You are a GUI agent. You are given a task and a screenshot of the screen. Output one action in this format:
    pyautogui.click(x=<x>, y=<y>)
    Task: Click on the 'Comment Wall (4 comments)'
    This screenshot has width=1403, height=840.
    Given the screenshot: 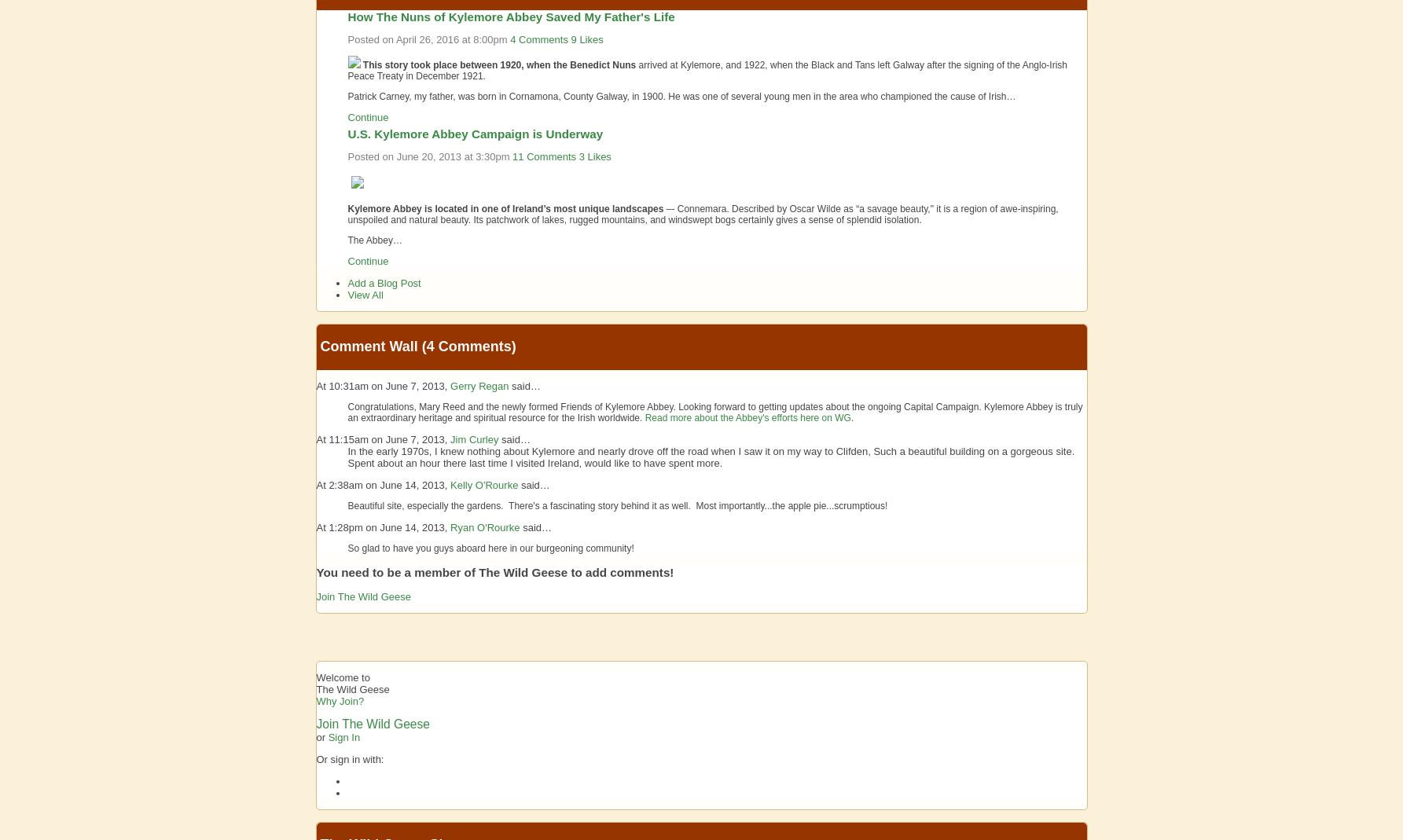 What is the action you would take?
    pyautogui.click(x=417, y=345)
    